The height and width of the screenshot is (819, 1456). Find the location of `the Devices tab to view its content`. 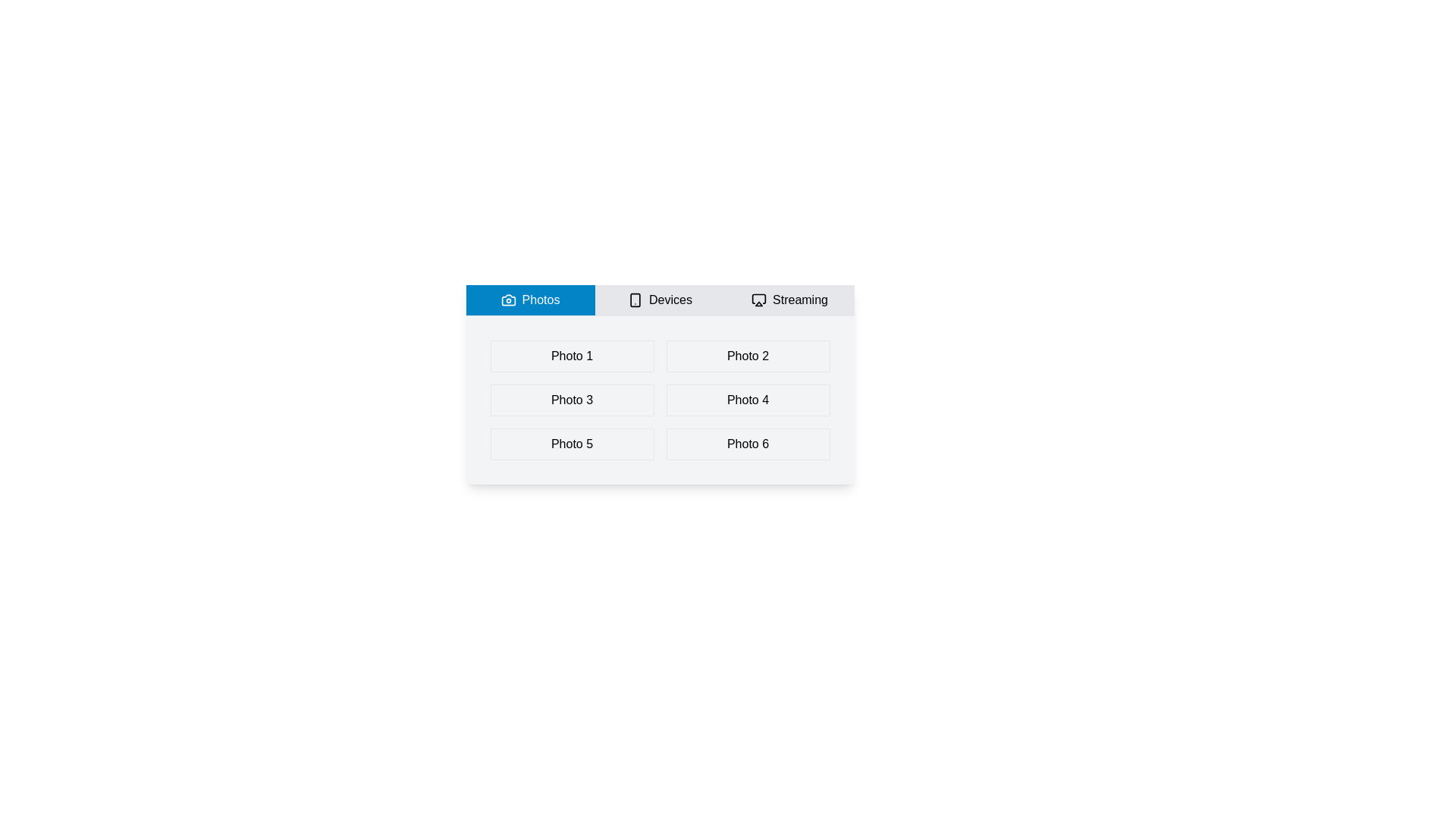

the Devices tab to view its content is located at coordinates (660, 300).